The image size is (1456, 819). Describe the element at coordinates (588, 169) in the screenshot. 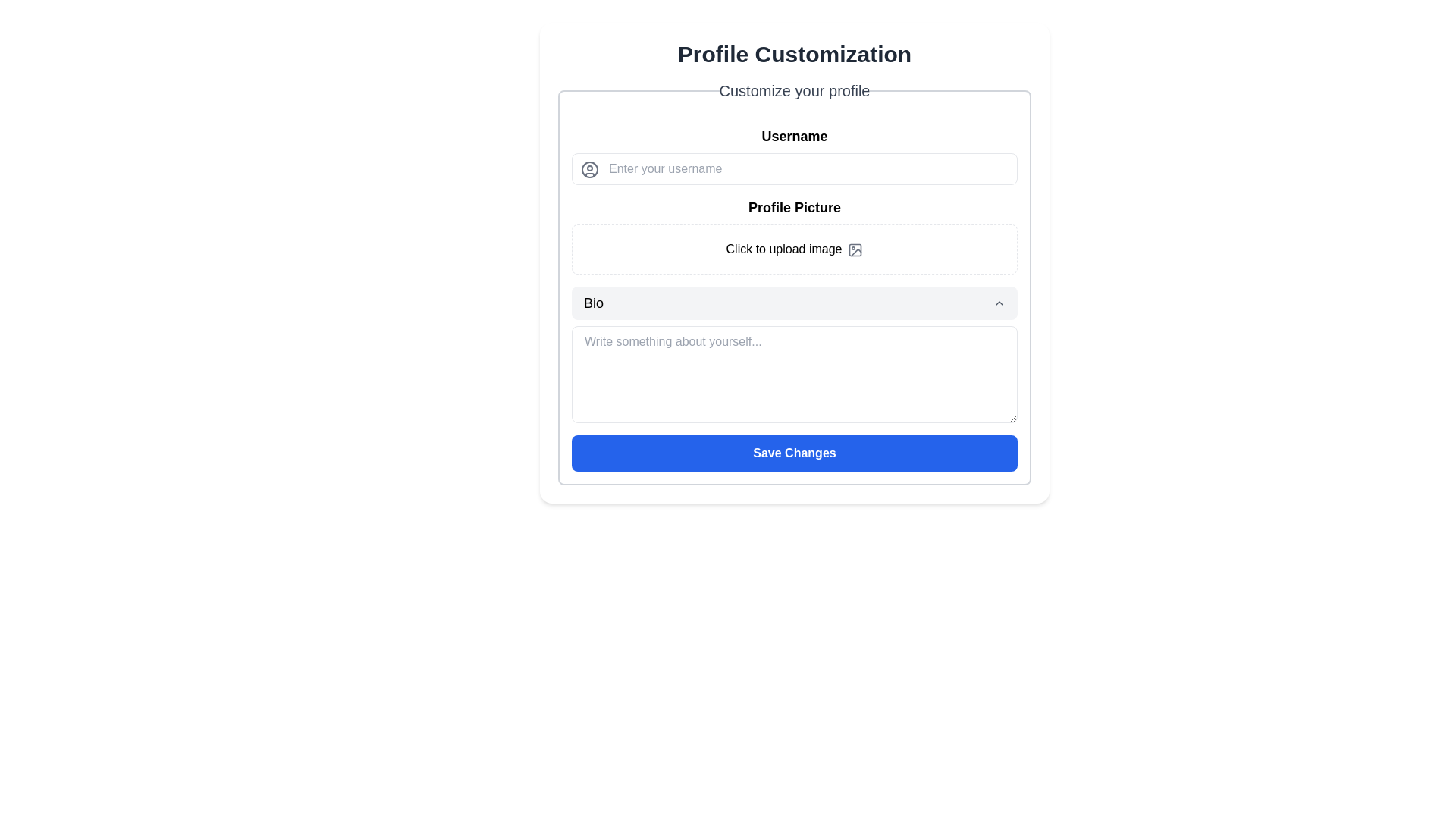

I see `the decorative icon located to the left of the 'Enter your username' input field, which serves as a visual cue for the input functionality` at that location.